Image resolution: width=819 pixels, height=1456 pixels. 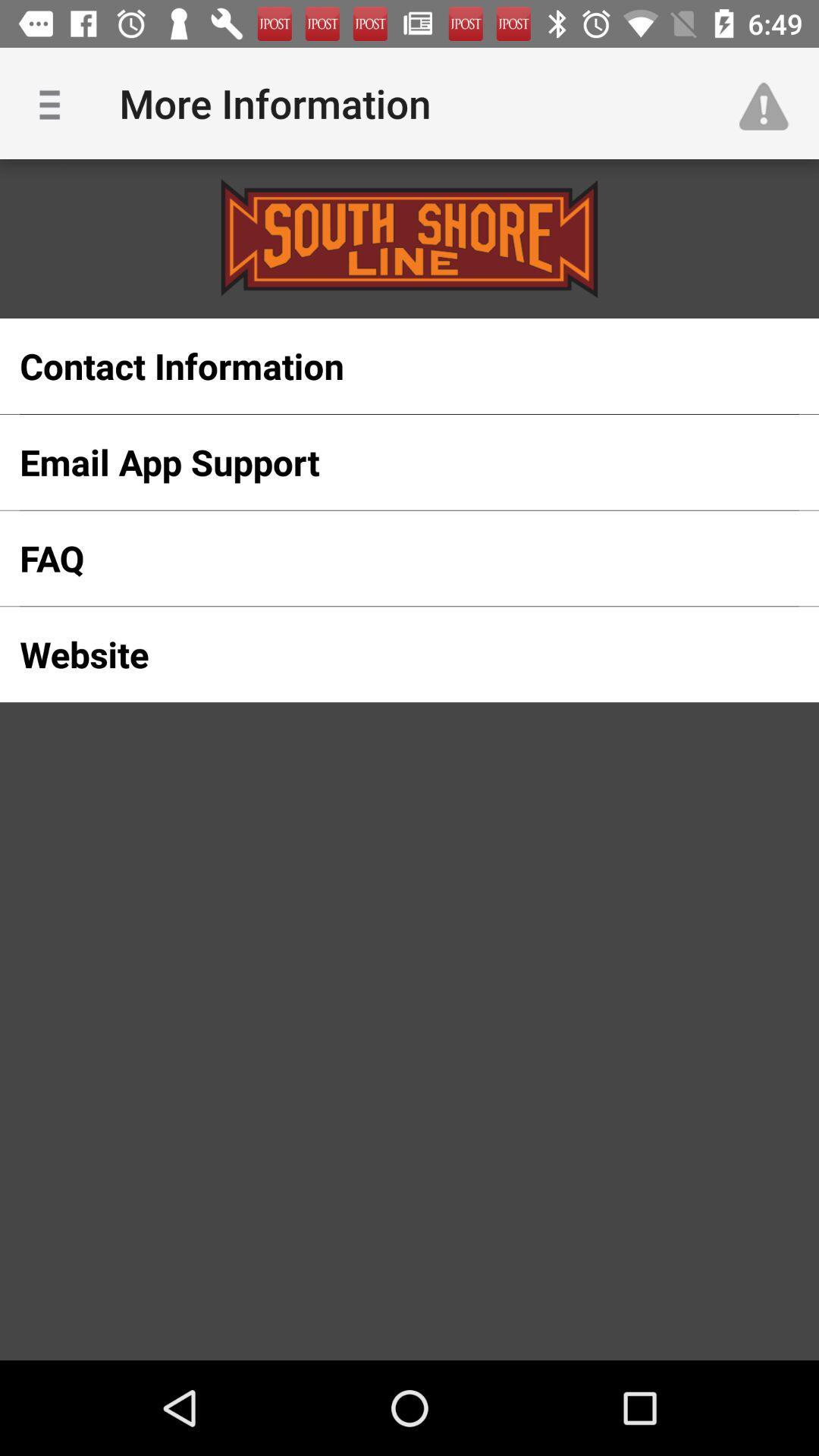 I want to click on the icon above the faq icon, so click(x=384, y=461).